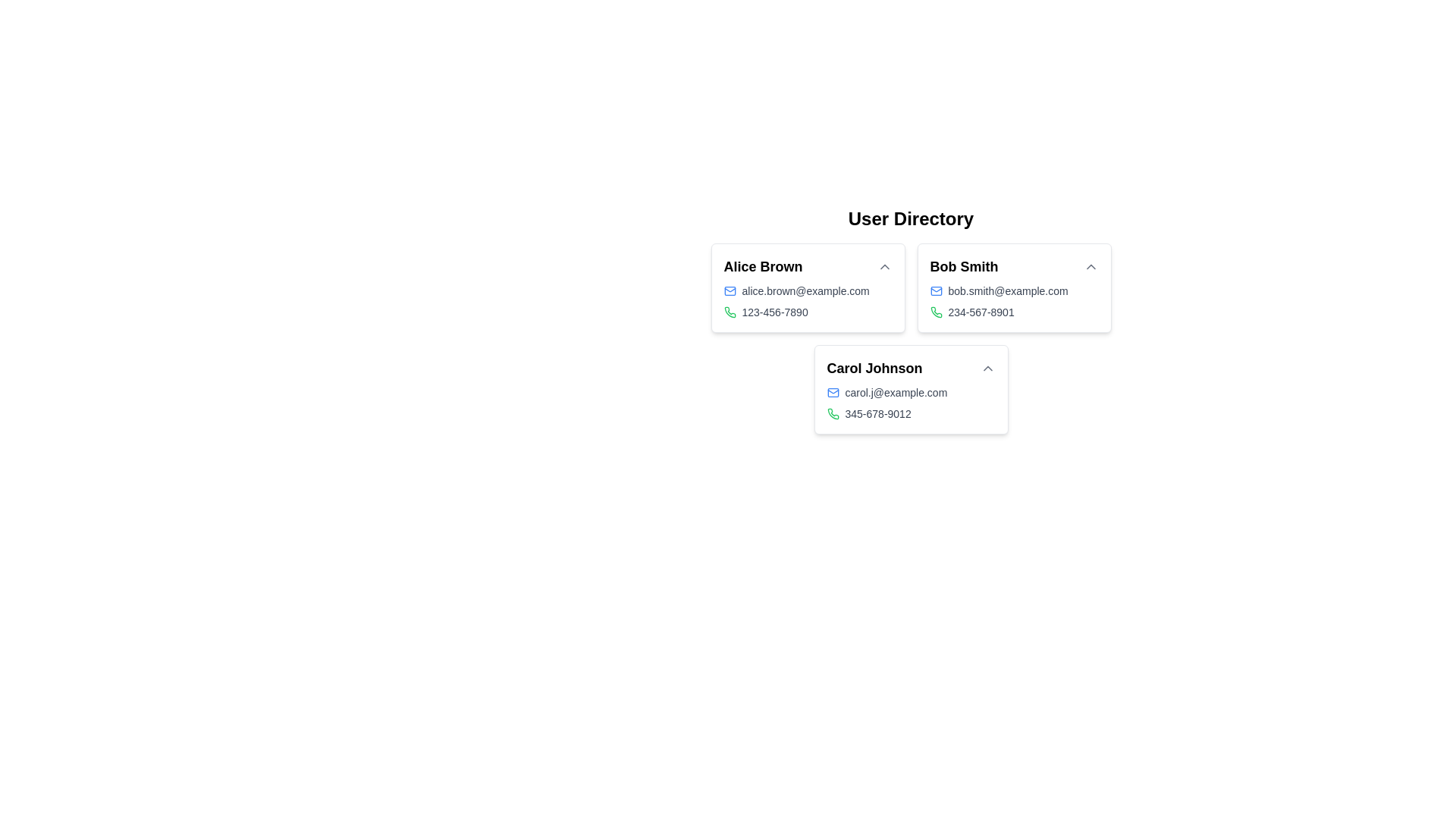  What do you see at coordinates (807, 288) in the screenshot?
I see `the email link within the Information card for 'Alice Brown', which displays contact information including email and phone details` at bounding box center [807, 288].